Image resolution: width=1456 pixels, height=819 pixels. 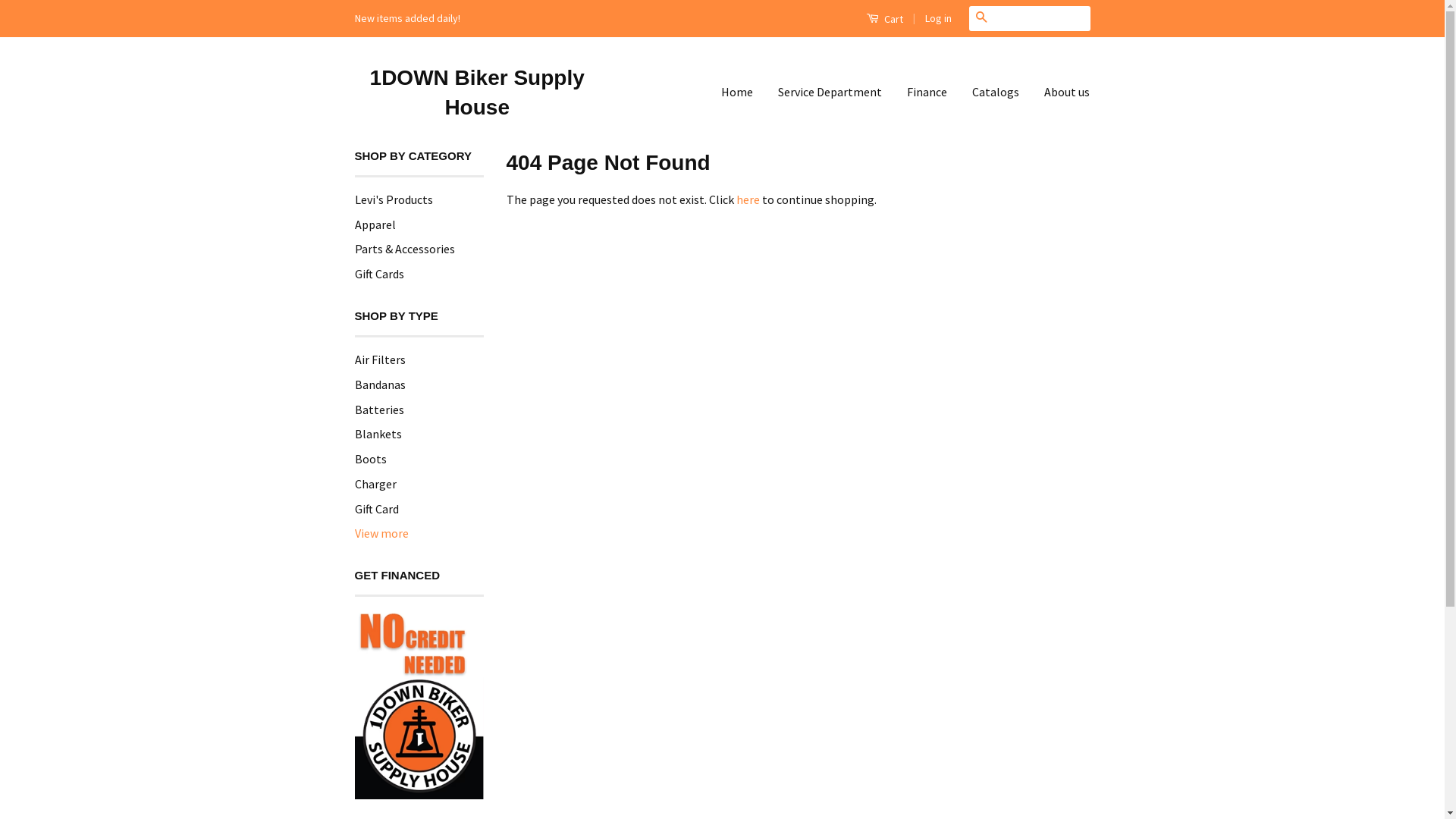 I want to click on 'Batteries', so click(x=379, y=409).